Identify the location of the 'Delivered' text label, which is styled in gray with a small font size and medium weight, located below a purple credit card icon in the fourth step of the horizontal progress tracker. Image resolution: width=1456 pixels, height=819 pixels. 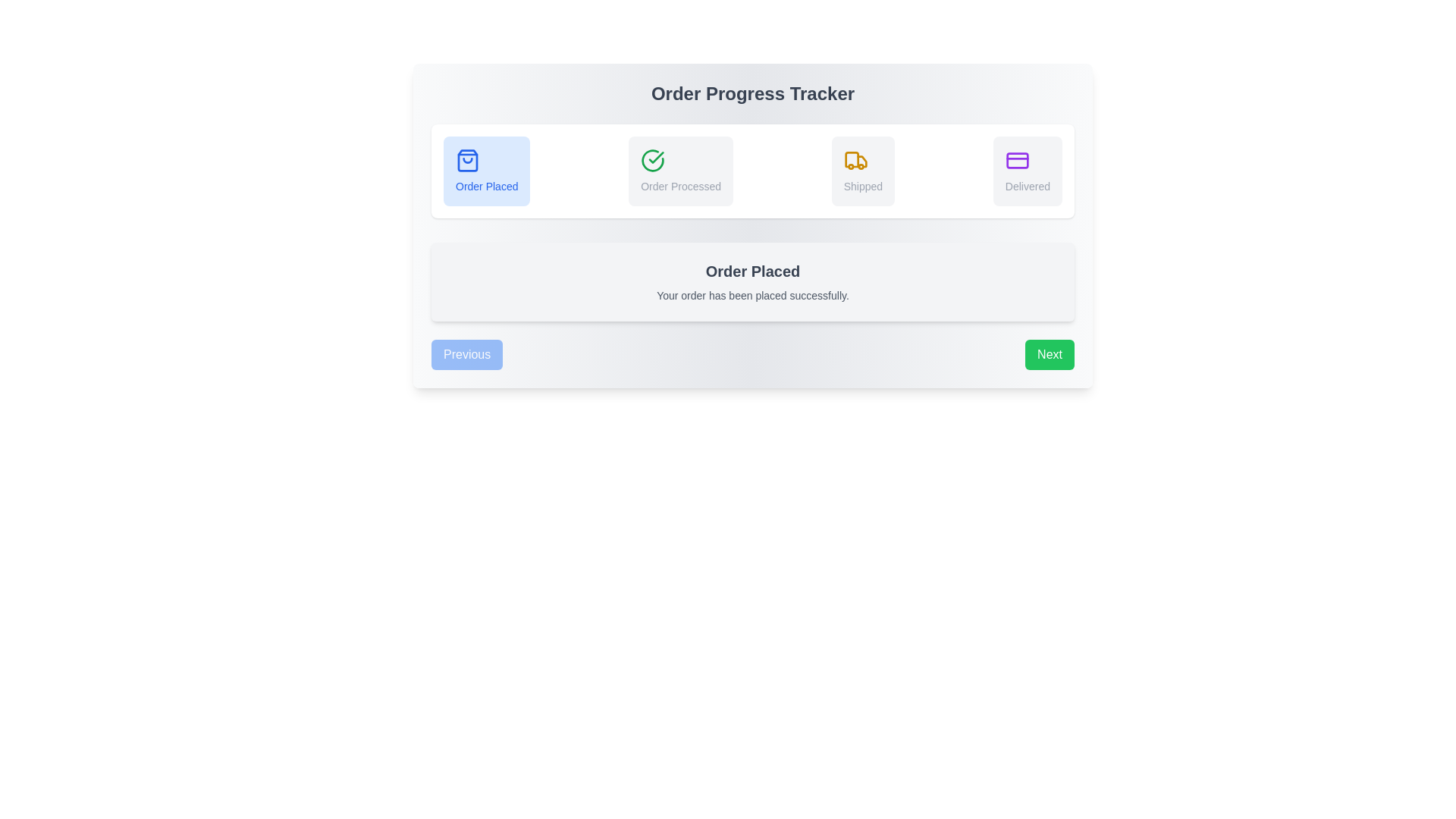
(1028, 186).